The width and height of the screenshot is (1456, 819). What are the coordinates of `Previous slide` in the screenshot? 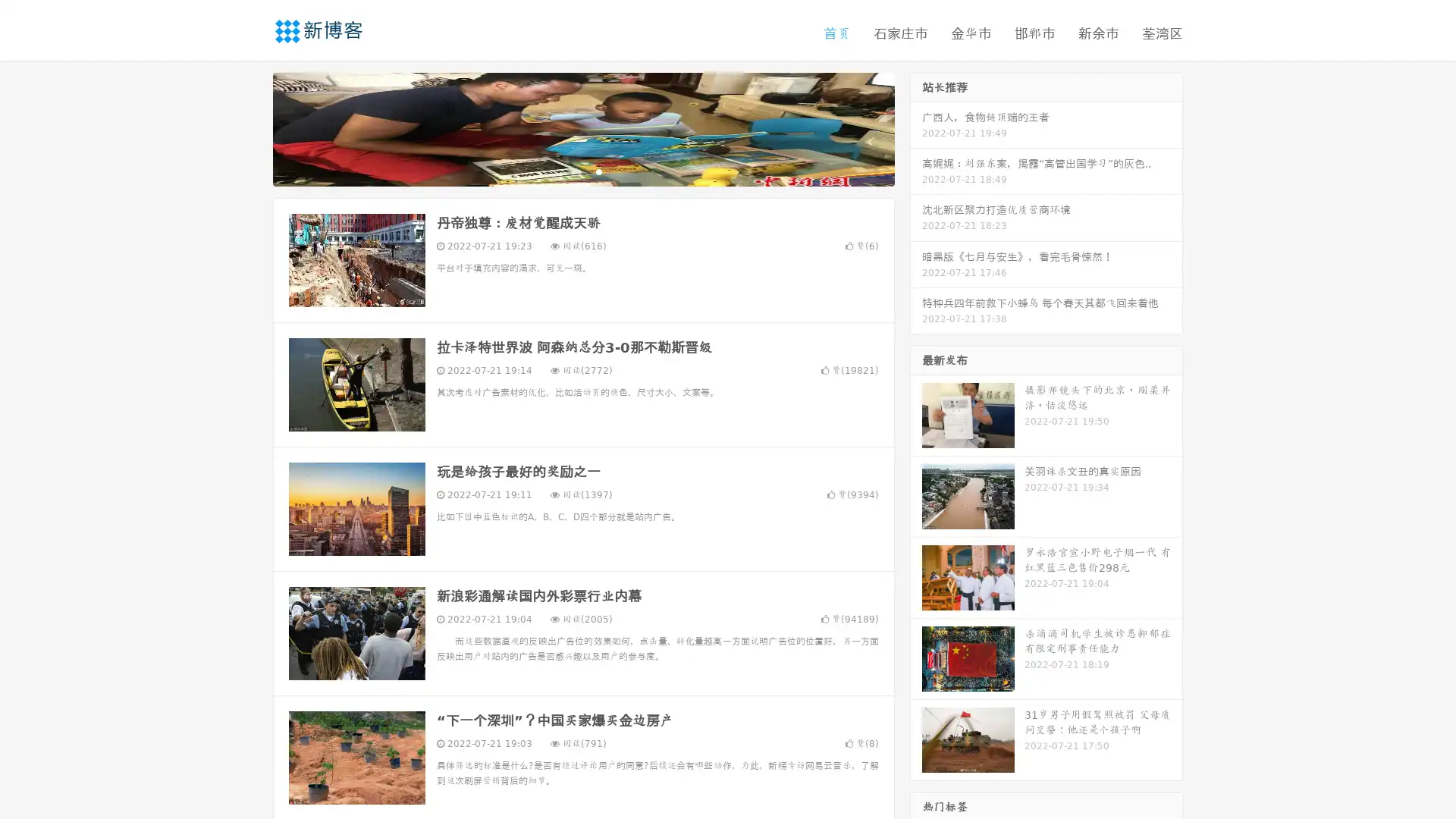 It's located at (250, 127).